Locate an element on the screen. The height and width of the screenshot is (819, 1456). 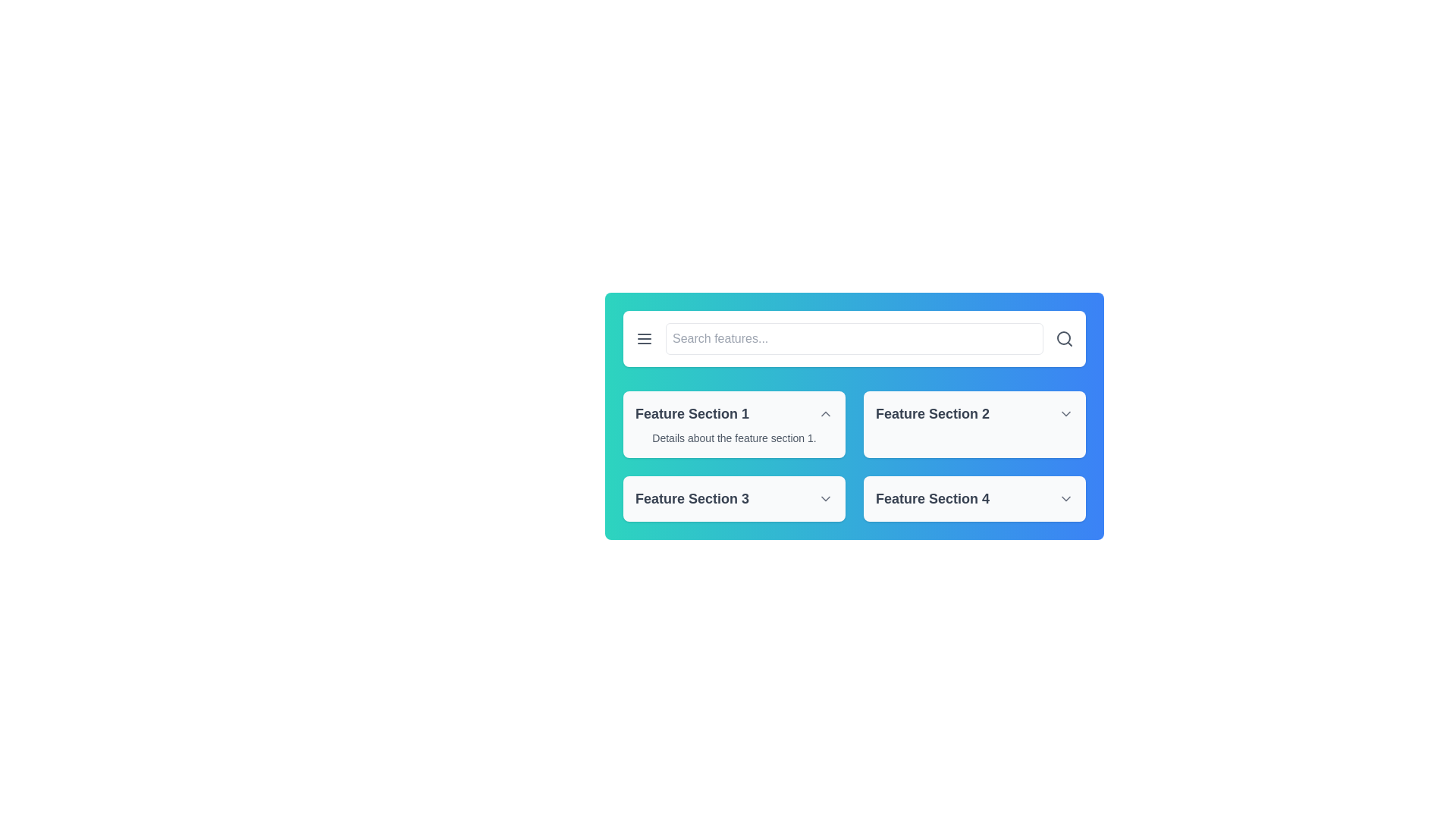
the Chevron Up icon located to the right of the title text in 'Feature Section 1' is located at coordinates (825, 414).